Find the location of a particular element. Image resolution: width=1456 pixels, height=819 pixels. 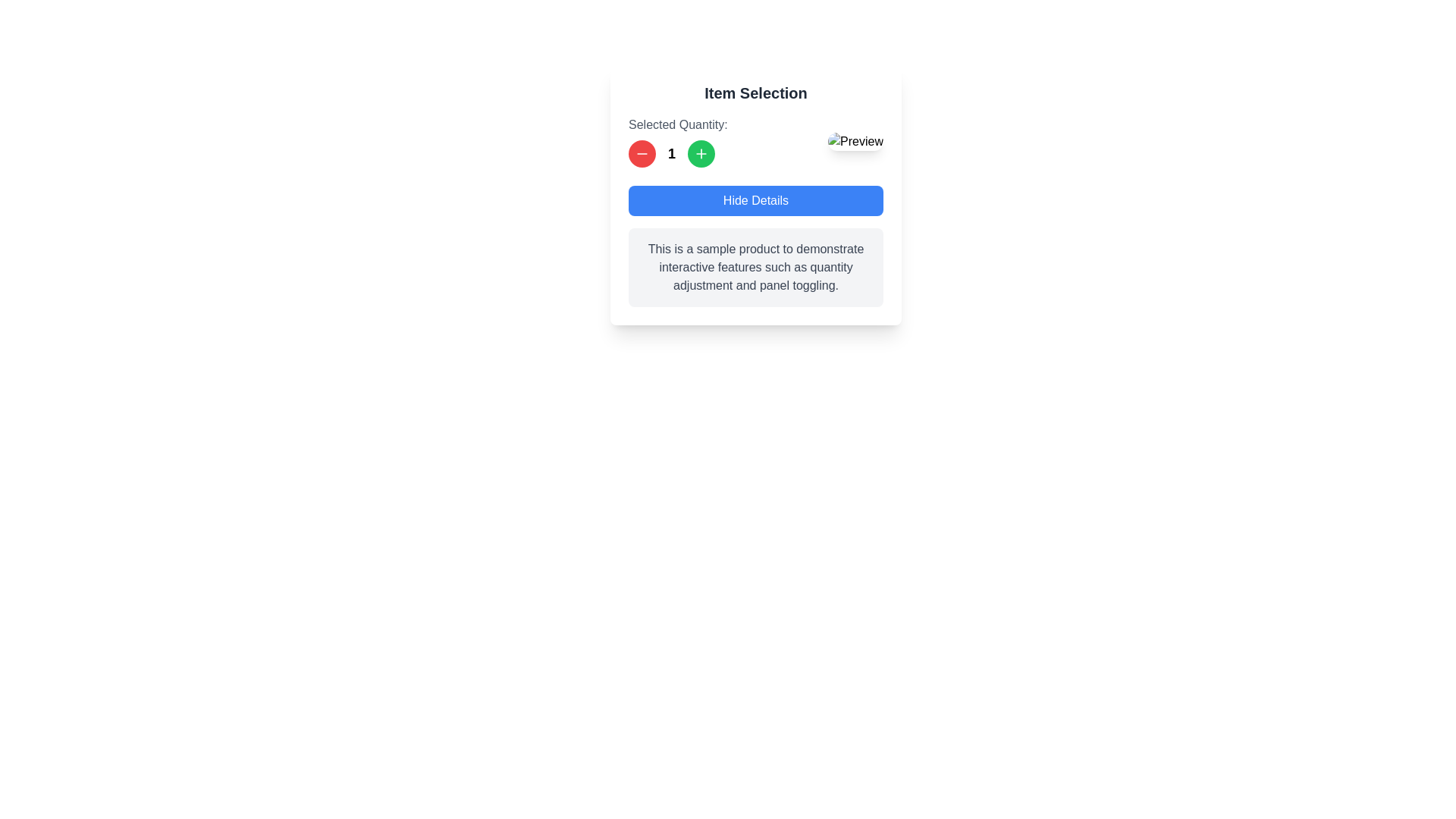

displayed quantity from the Text Display located centrally within the 'Selected Quantity' section is located at coordinates (677, 141).